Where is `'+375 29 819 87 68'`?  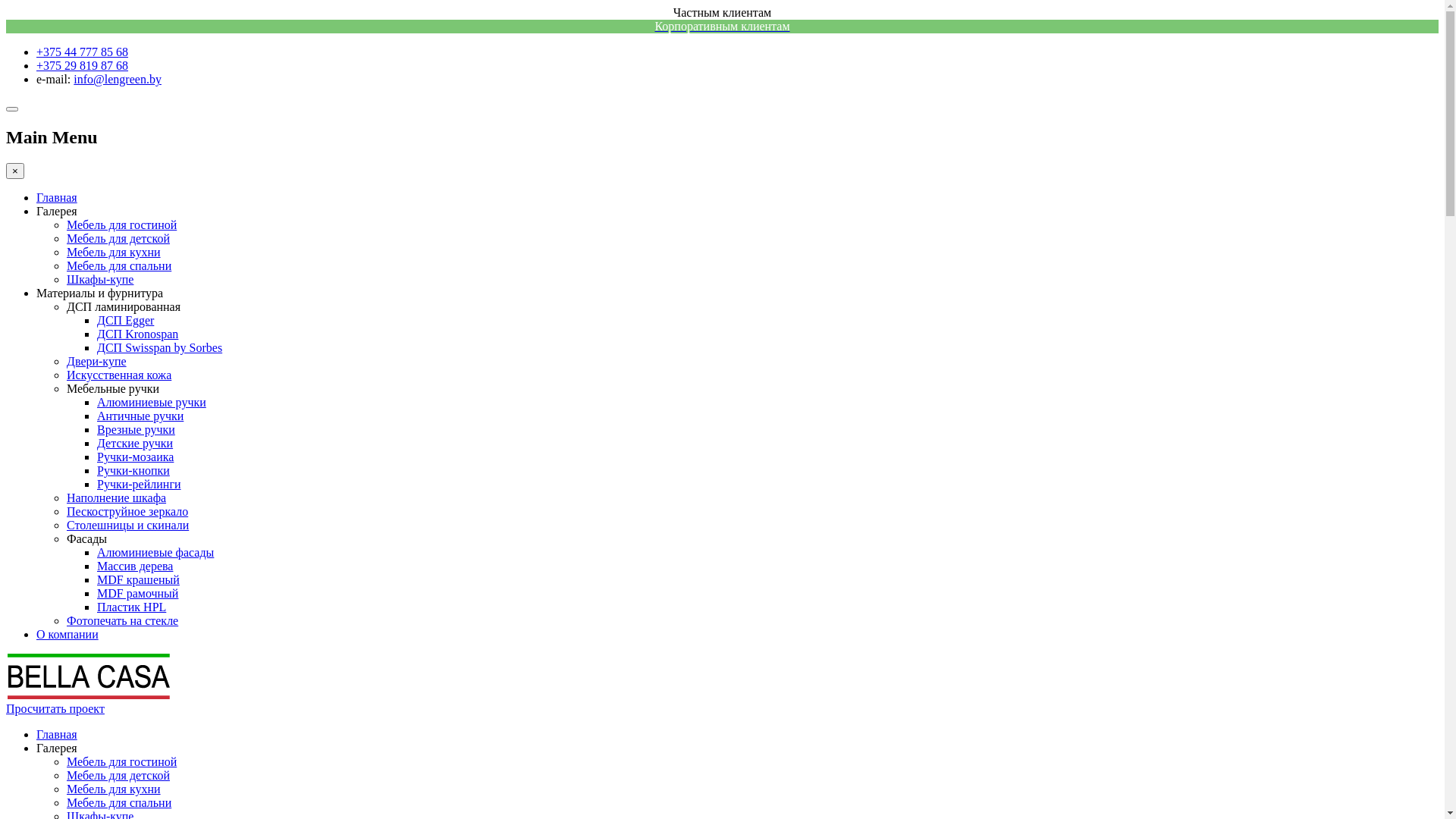 '+375 29 819 87 68' is located at coordinates (81, 64).